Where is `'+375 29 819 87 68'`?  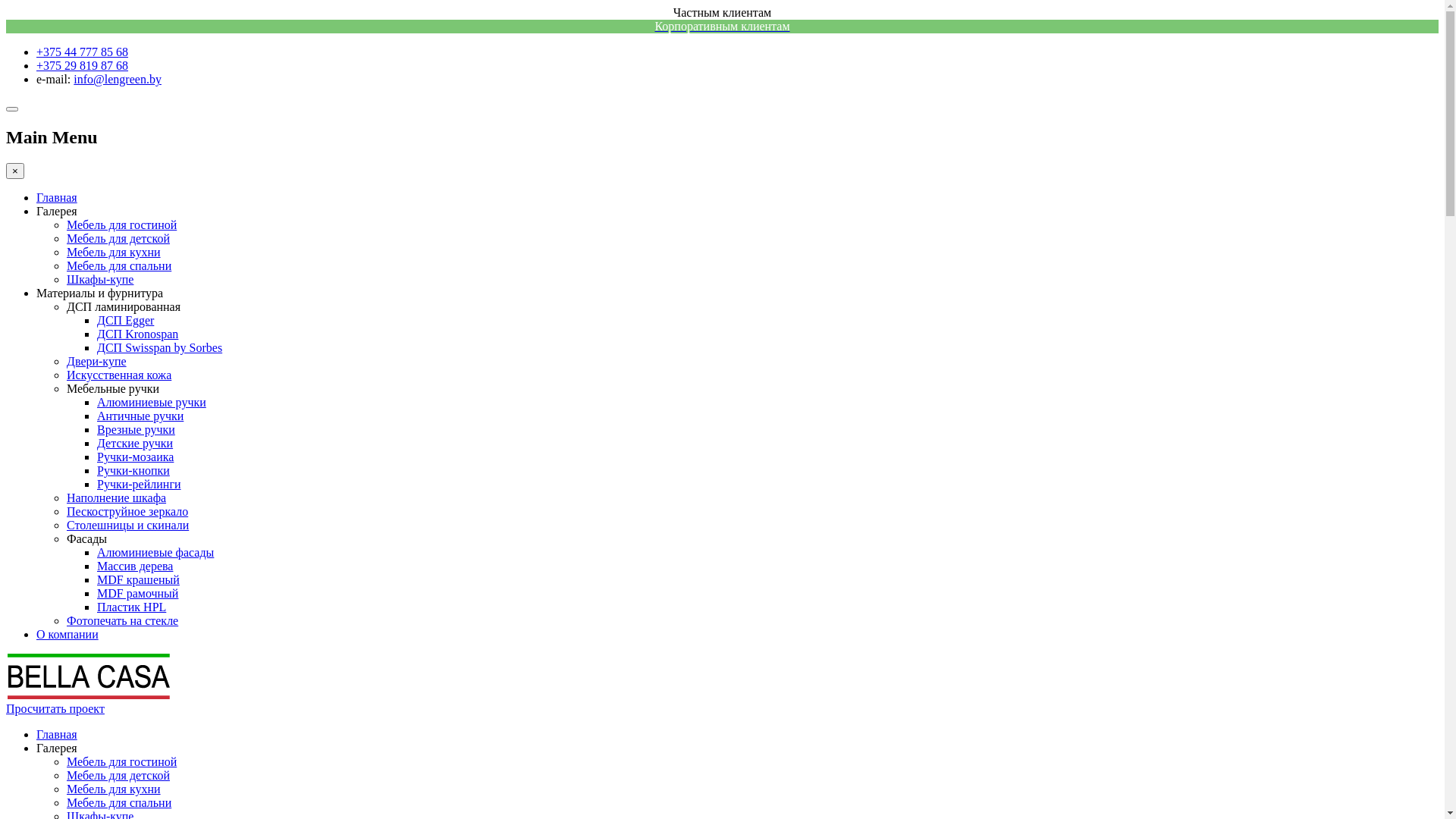 '+375 29 819 87 68' is located at coordinates (81, 64).